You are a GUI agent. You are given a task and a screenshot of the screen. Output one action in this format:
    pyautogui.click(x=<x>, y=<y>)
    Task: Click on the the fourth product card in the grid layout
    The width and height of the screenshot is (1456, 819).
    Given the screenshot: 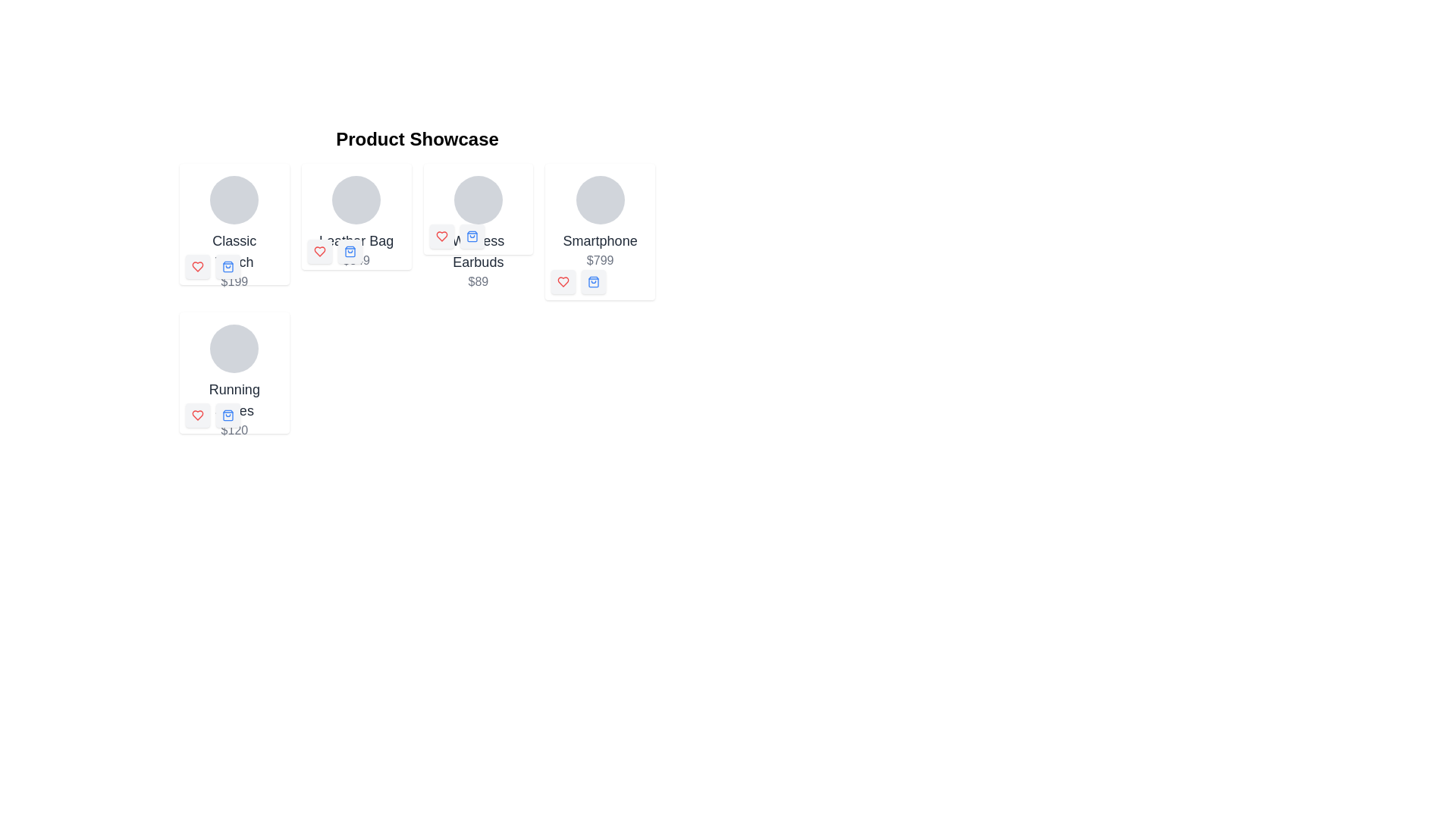 What is the action you would take?
    pyautogui.click(x=234, y=381)
    